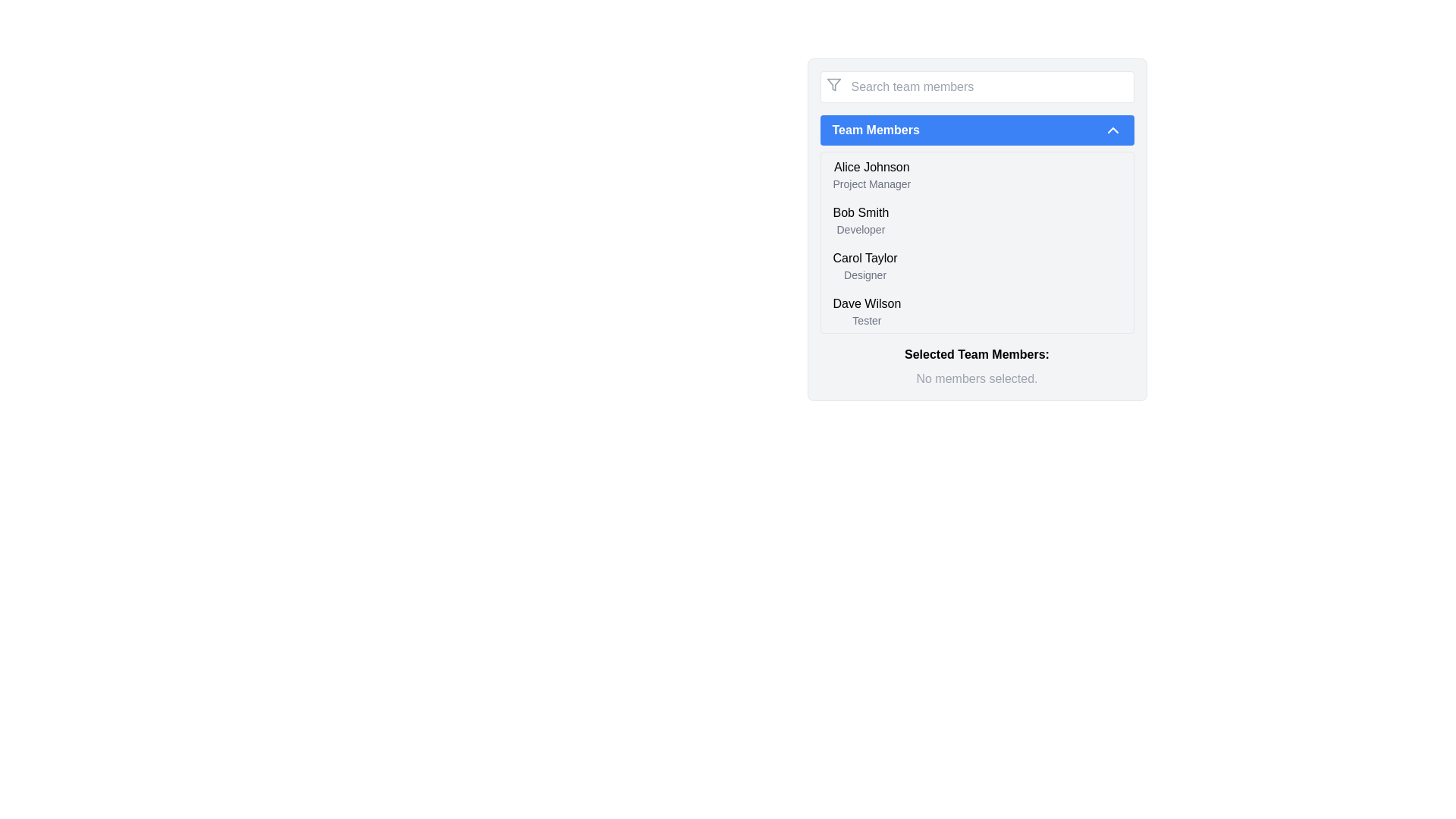 The width and height of the screenshot is (1456, 819). Describe the element at coordinates (865, 265) in the screenshot. I see `the text display element showing 'Carol Taylor' and 'Designer', which is the third entry under the 'Team Members' heading` at that location.